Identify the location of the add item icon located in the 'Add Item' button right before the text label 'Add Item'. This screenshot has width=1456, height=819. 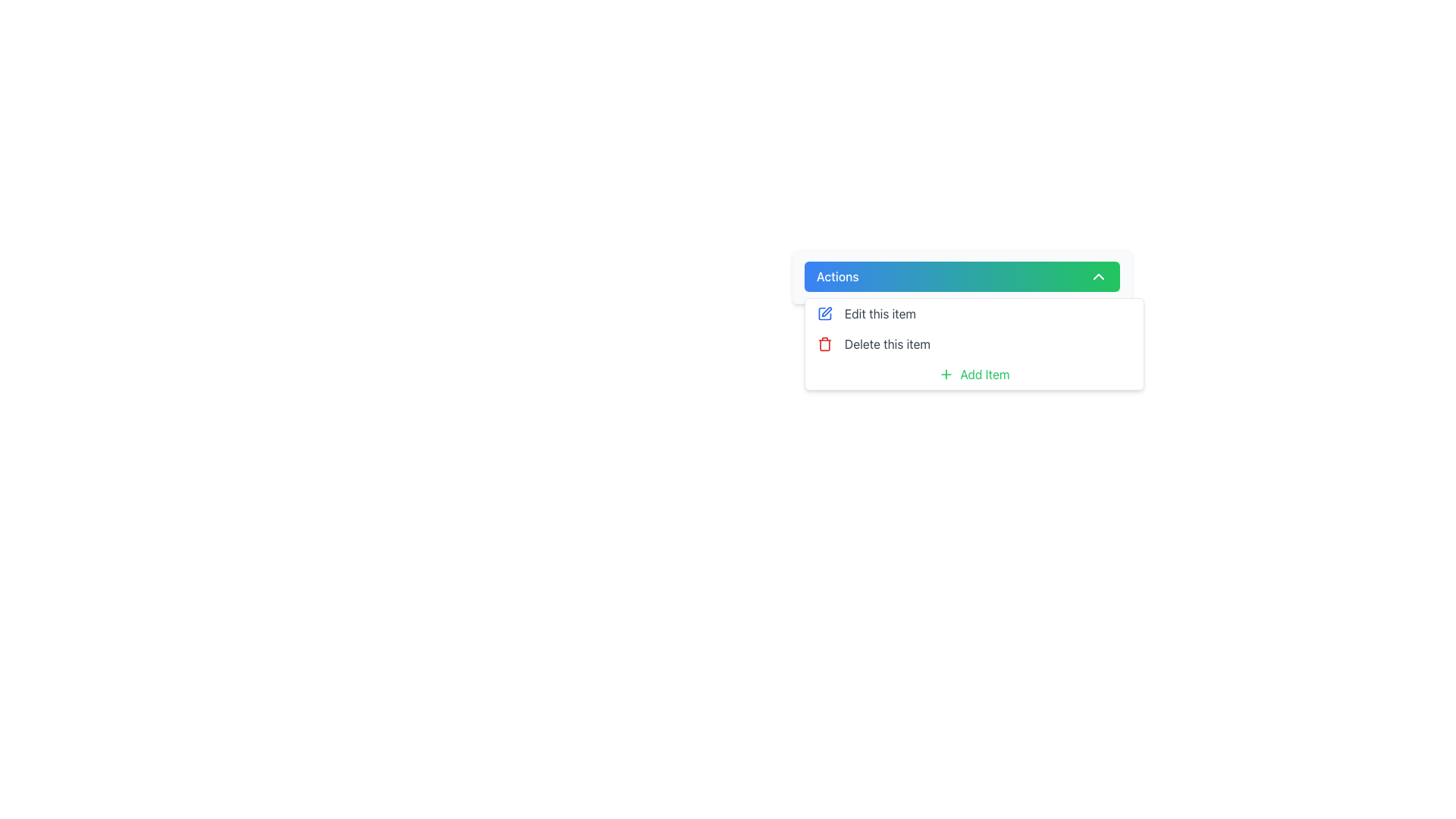
(946, 374).